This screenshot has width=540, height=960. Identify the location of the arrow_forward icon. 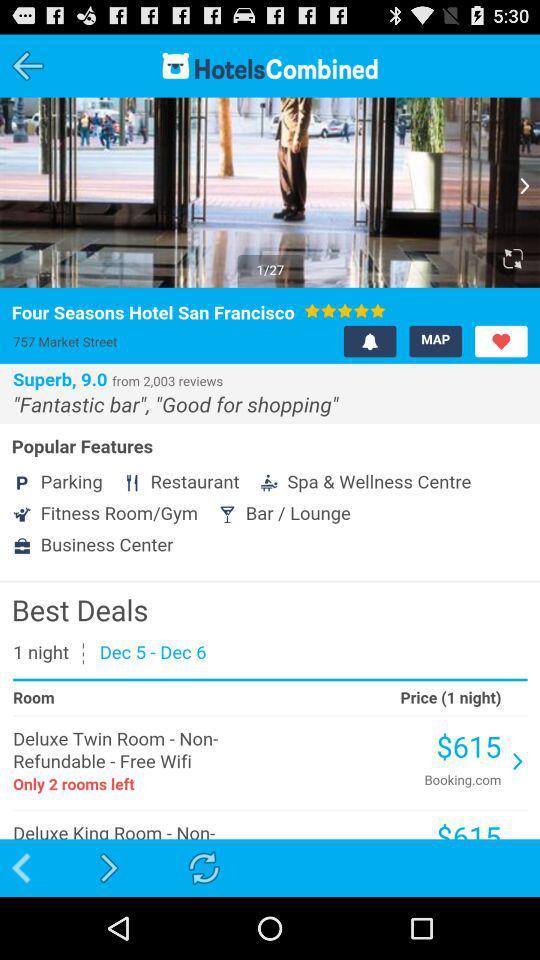
(115, 929).